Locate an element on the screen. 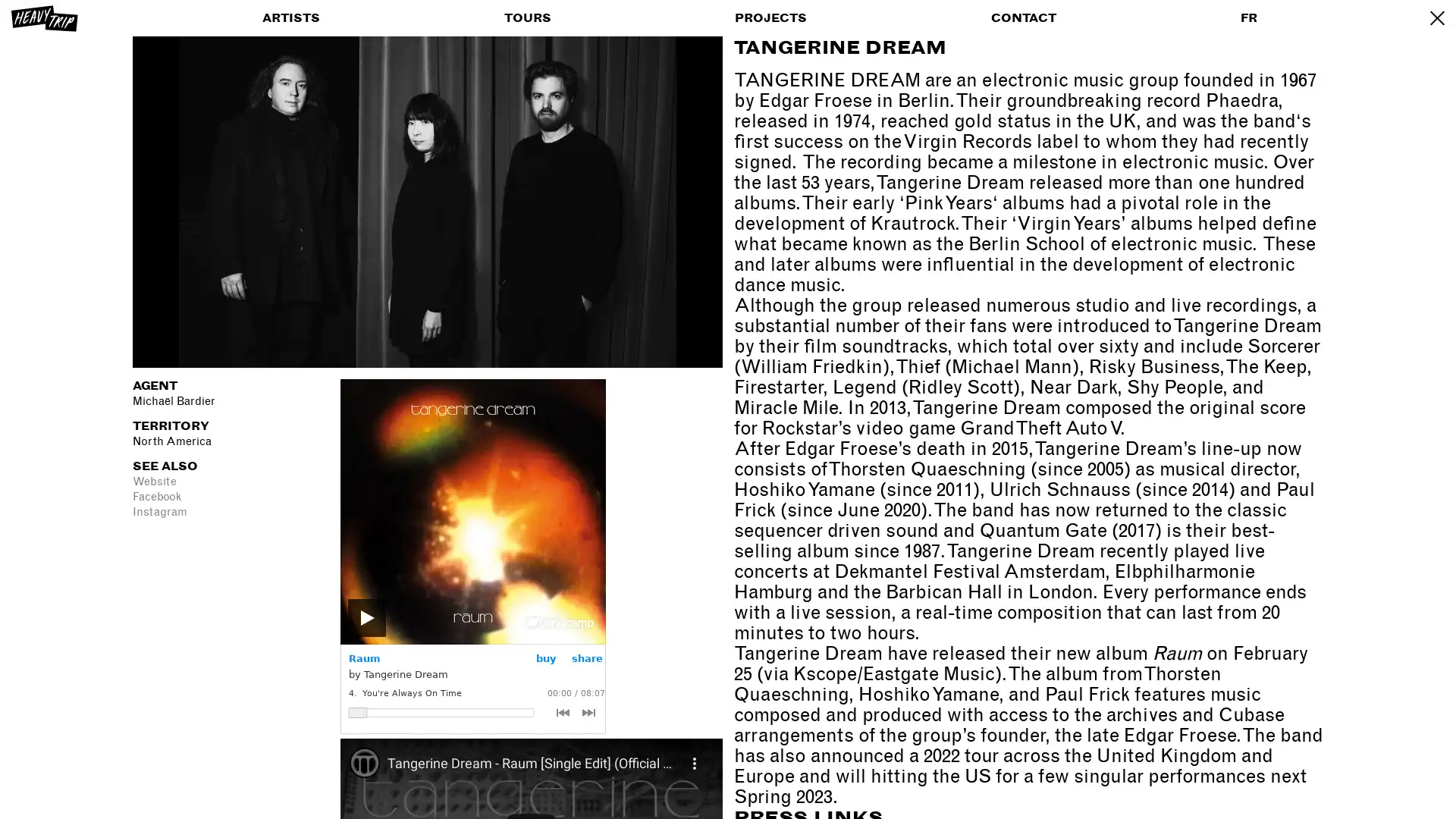 The image size is (1456, 819). Go Back is located at coordinates (1436, 17).